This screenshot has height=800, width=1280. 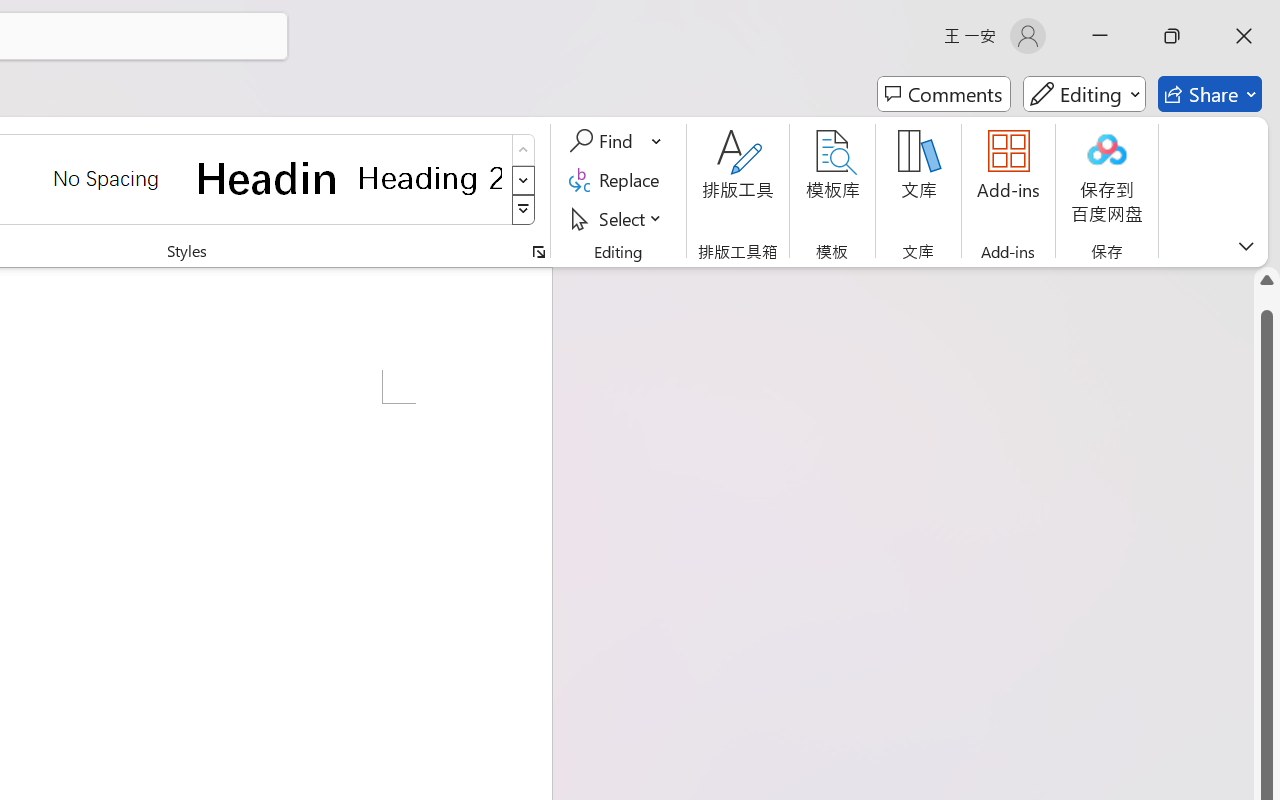 What do you see at coordinates (267, 177) in the screenshot?
I see `'Heading 1'` at bounding box center [267, 177].